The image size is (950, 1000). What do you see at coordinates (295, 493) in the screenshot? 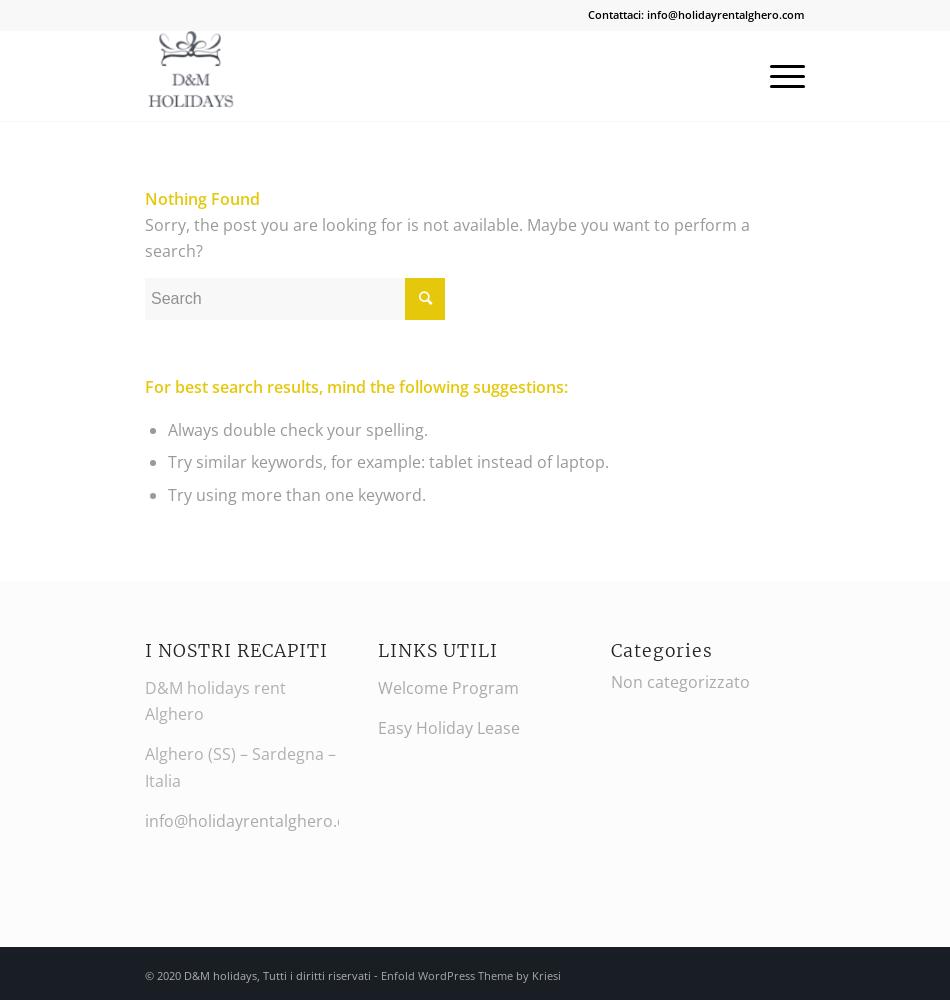
I see `'Try using more than one keyword.'` at bounding box center [295, 493].